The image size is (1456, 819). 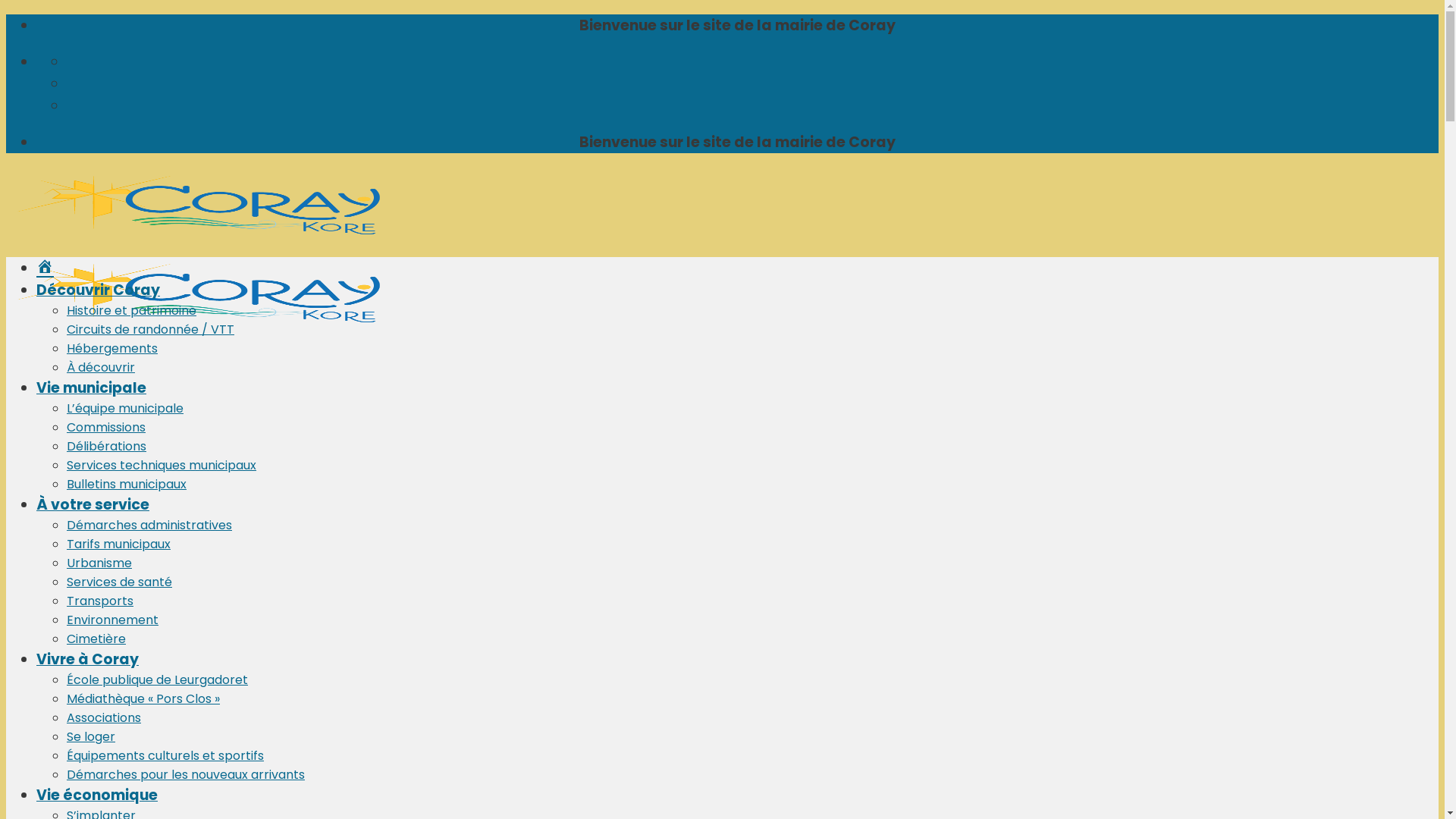 I want to click on 'Histoire et patrimoine', so click(x=65, y=309).